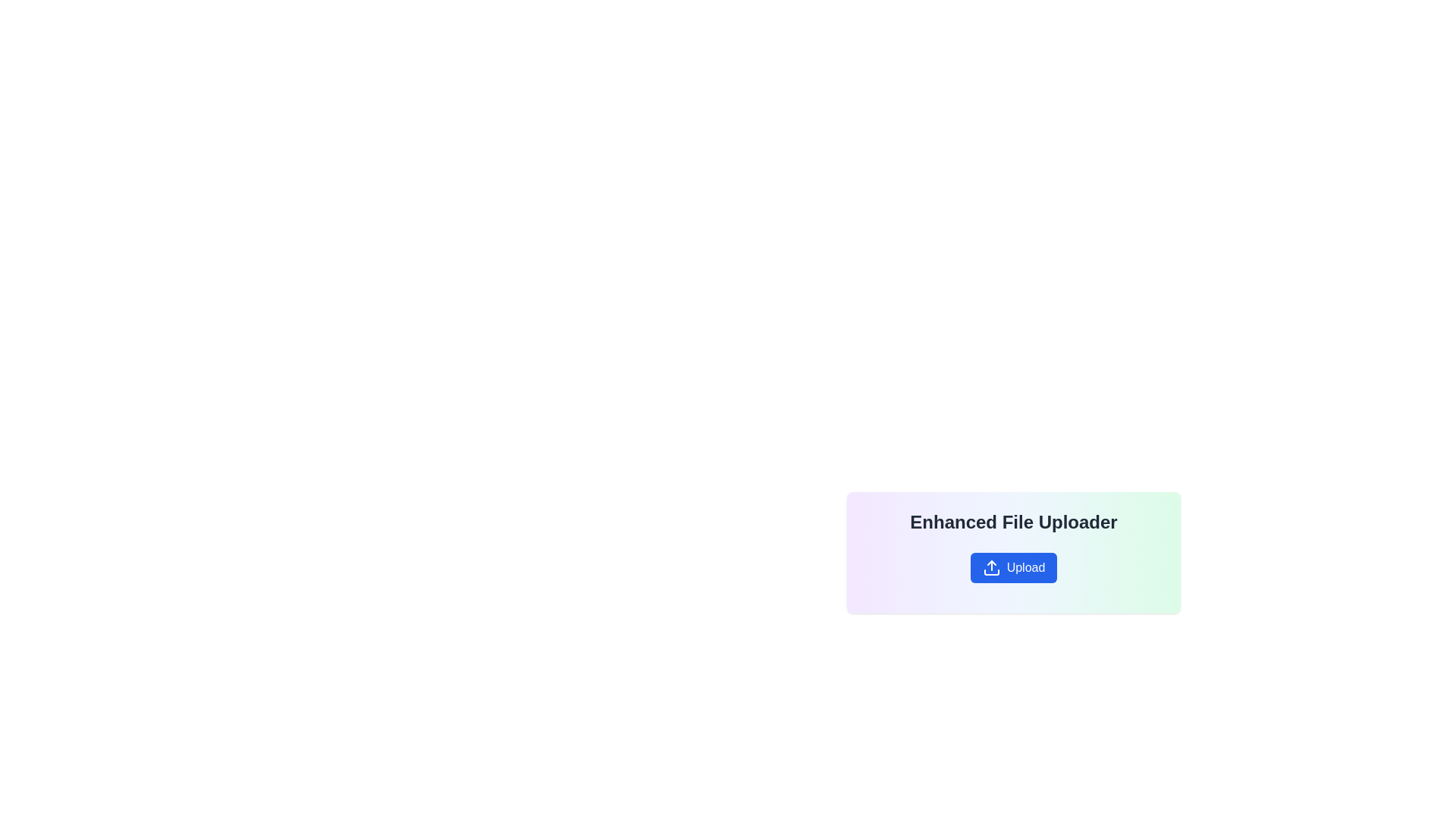  Describe the element at coordinates (991, 567) in the screenshot. I see `SVG Icon representing the upload action, which is located within the blue rectangular button labeled 'Upload' near the bottom-center of the interface` at that location.